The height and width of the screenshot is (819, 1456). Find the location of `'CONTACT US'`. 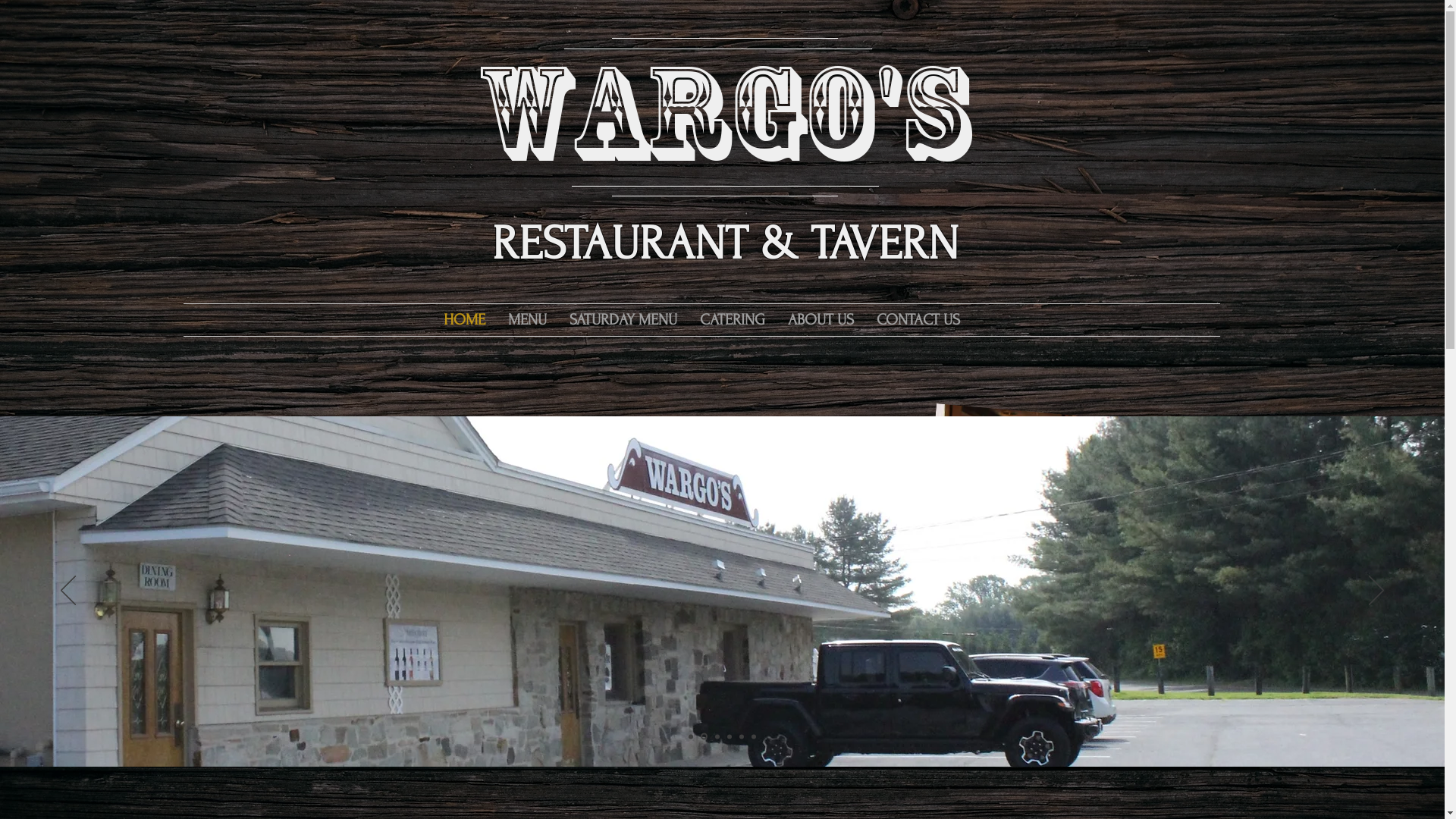

'CONTACT US' is located at coordinates (916, 318).